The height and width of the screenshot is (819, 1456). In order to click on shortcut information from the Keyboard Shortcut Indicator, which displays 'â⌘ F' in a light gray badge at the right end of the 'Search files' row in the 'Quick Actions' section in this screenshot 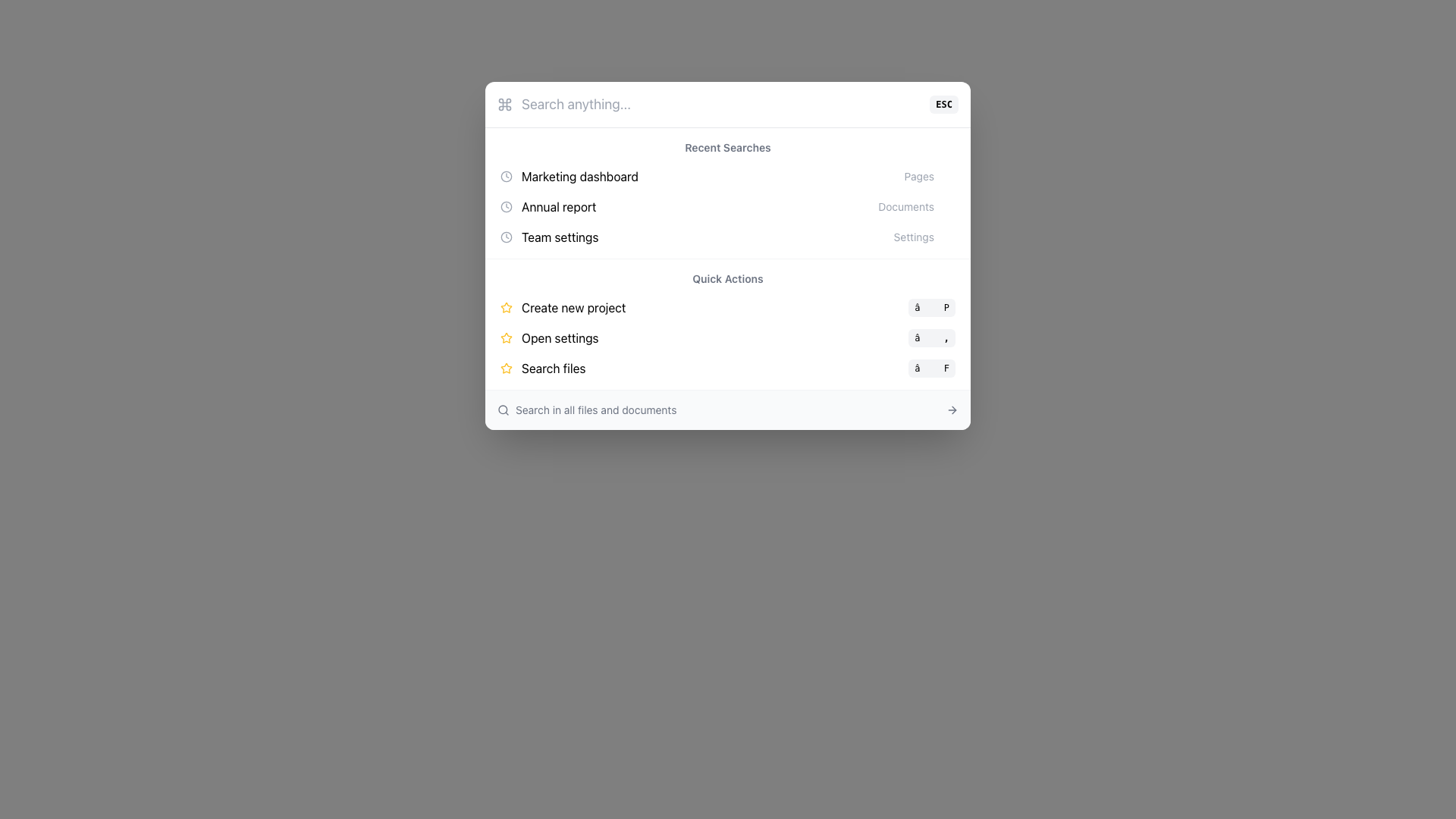, I will do `click(931, 369)`.